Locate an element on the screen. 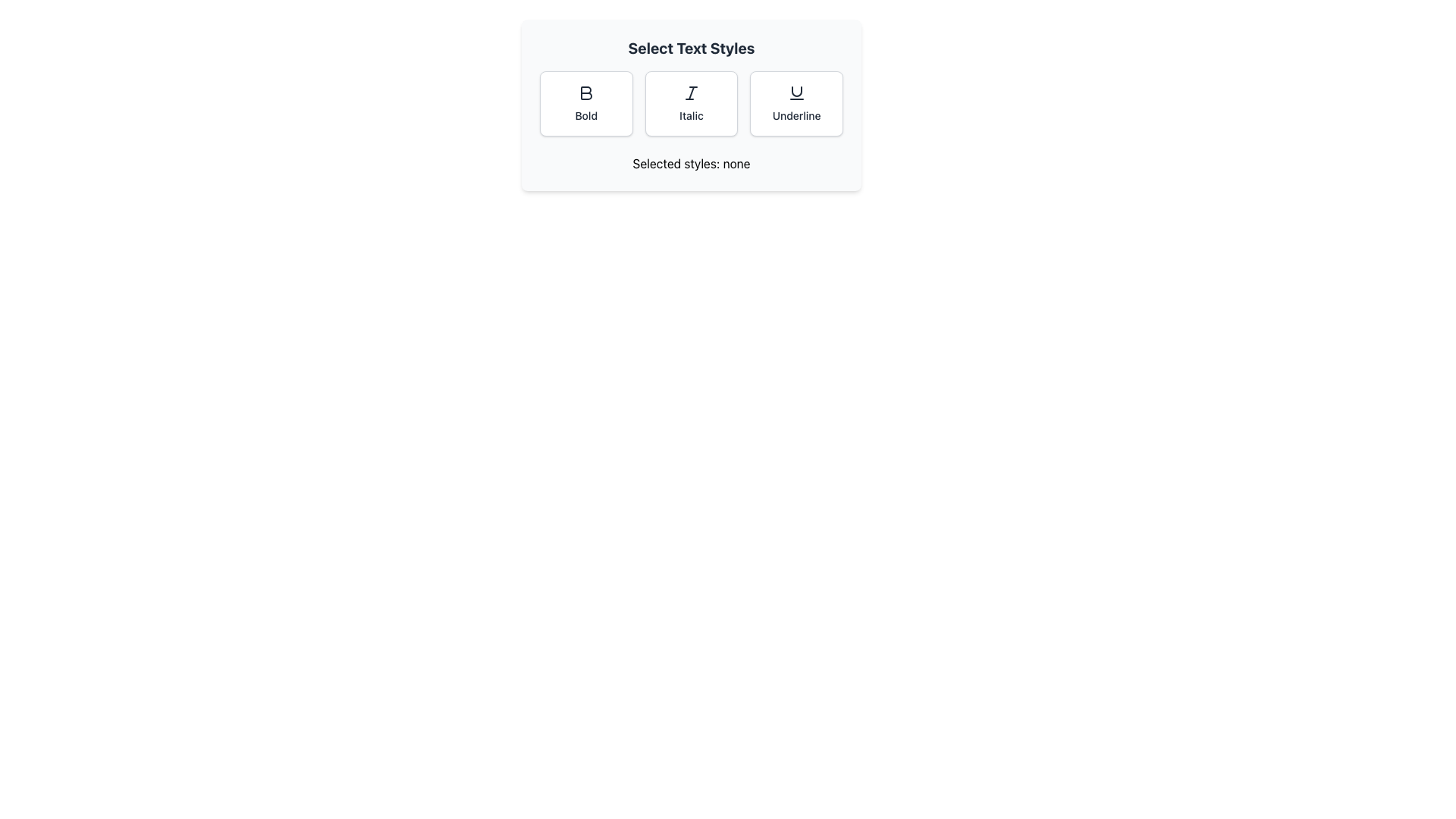 The image size is (1456, 819). the Text Label that serves as the section title, guiding the user to the interactive elements below is located at coordinates (691, 48).